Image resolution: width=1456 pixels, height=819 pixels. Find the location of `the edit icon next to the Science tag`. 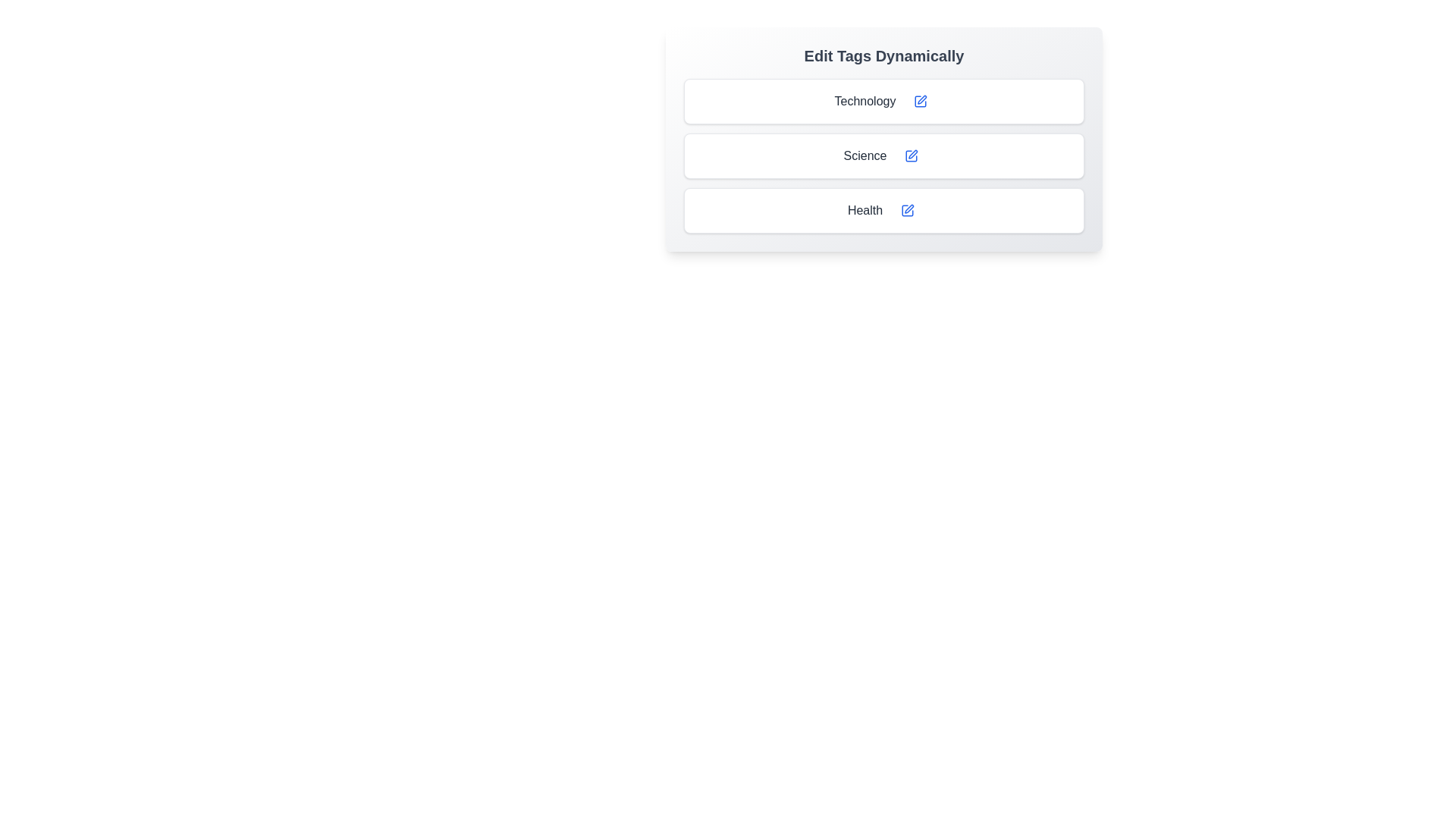

the edit icon next to the Science tag is located at coordinates (911, 155).